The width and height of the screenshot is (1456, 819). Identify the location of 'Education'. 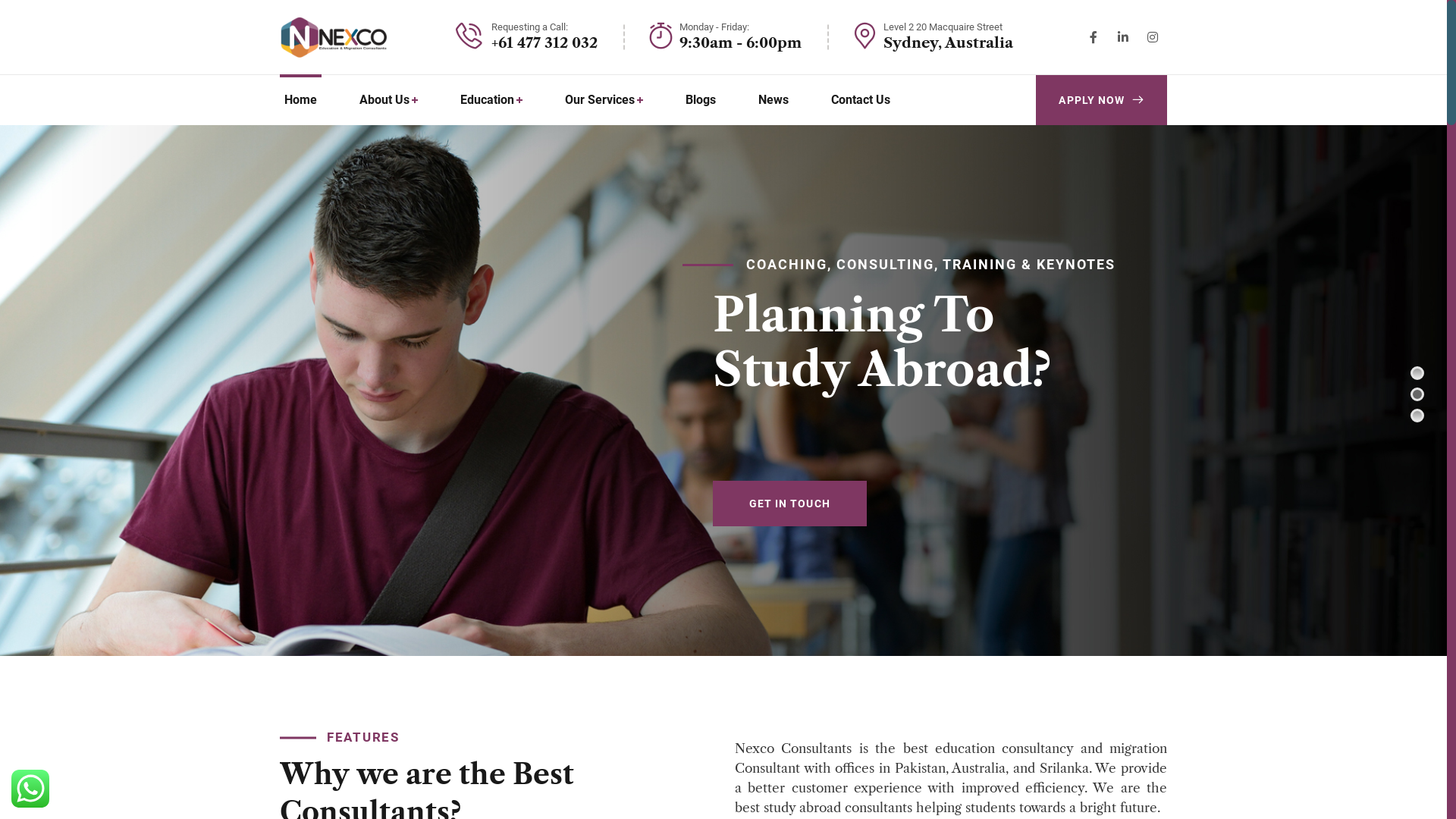
(491, 99).